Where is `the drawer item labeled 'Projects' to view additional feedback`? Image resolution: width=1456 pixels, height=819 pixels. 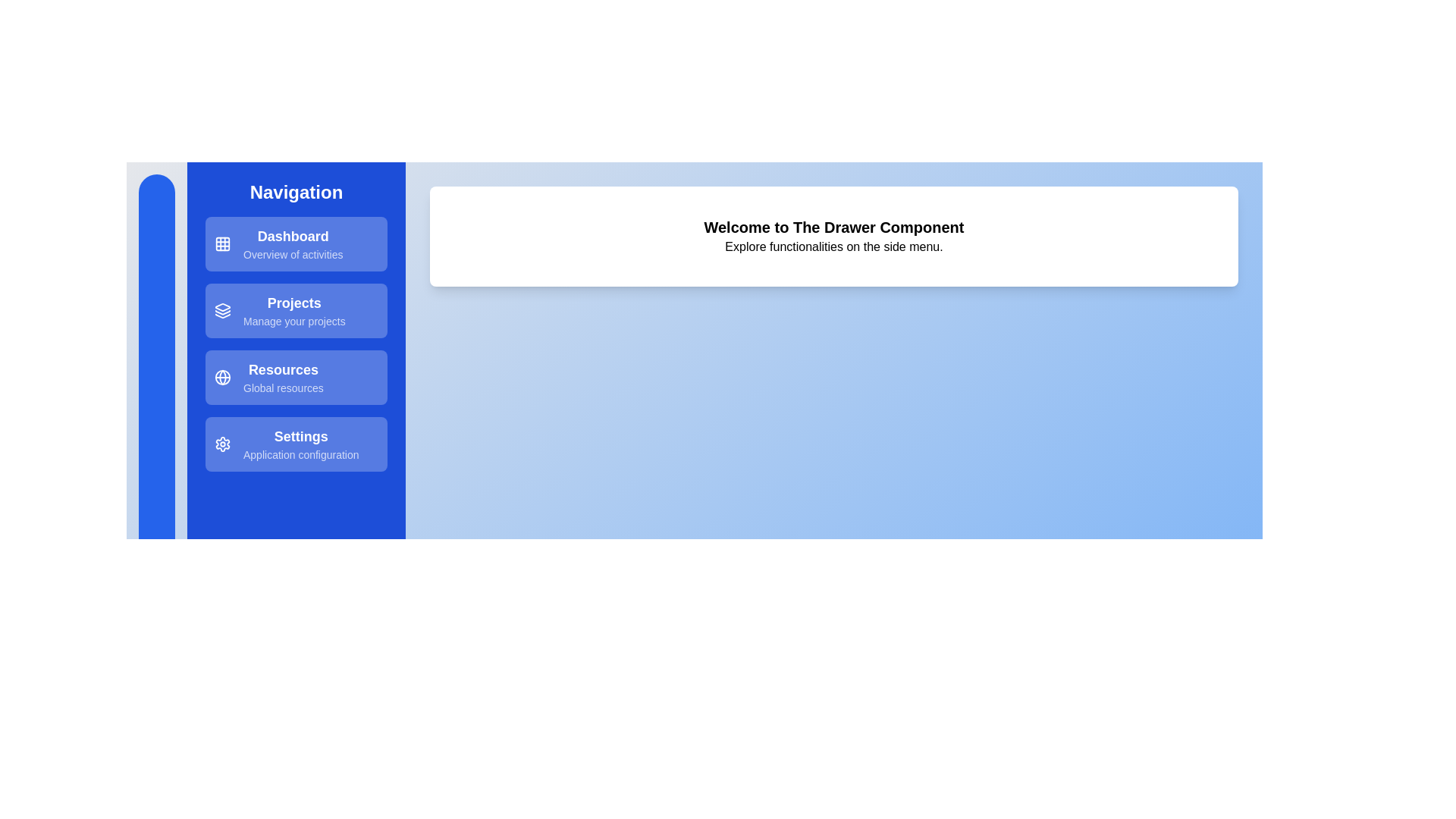 the drawer item labeled 'Projects' to view additional feedback is located at coordinates (296, 309).